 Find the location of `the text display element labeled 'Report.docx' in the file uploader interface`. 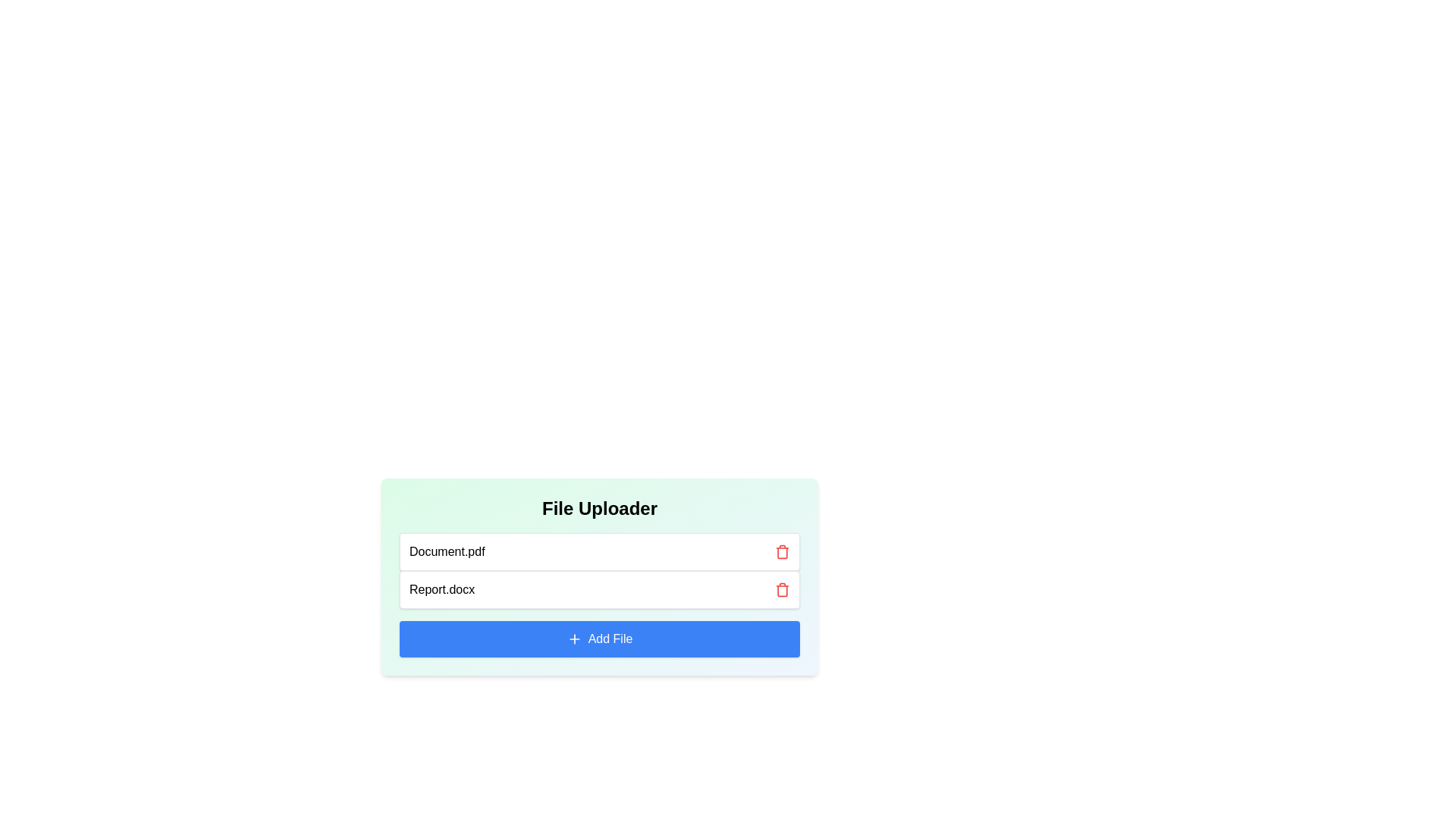

the text display element labeled 'Report.docx' in the file uploader interface is located at coordinates (441, 589).